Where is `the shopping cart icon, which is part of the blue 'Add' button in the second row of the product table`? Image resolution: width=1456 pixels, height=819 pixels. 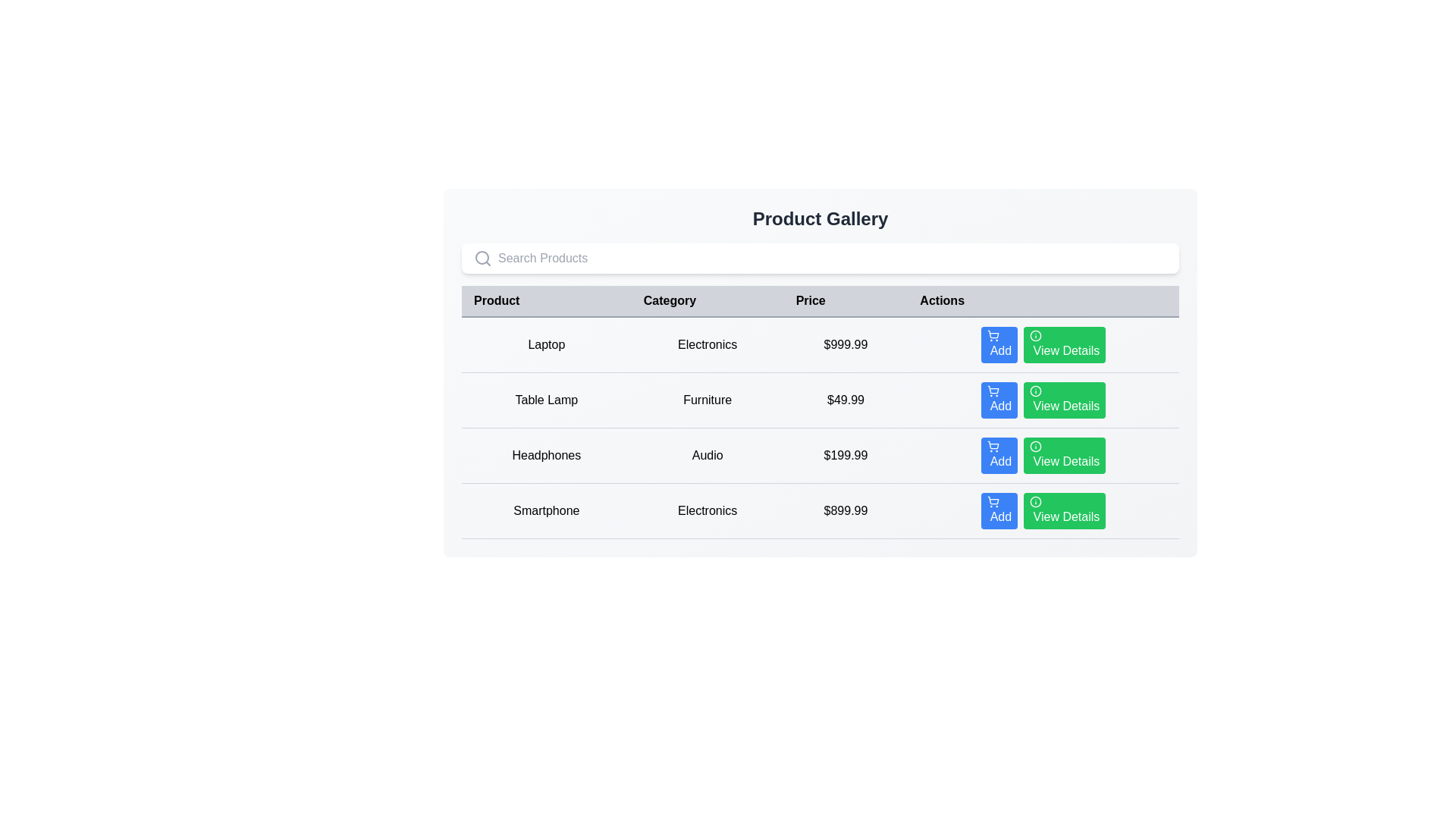
the shopping cart icon, which is part of the blue 'Add' button in the second row of the product table is located at coordinates (993, 391).